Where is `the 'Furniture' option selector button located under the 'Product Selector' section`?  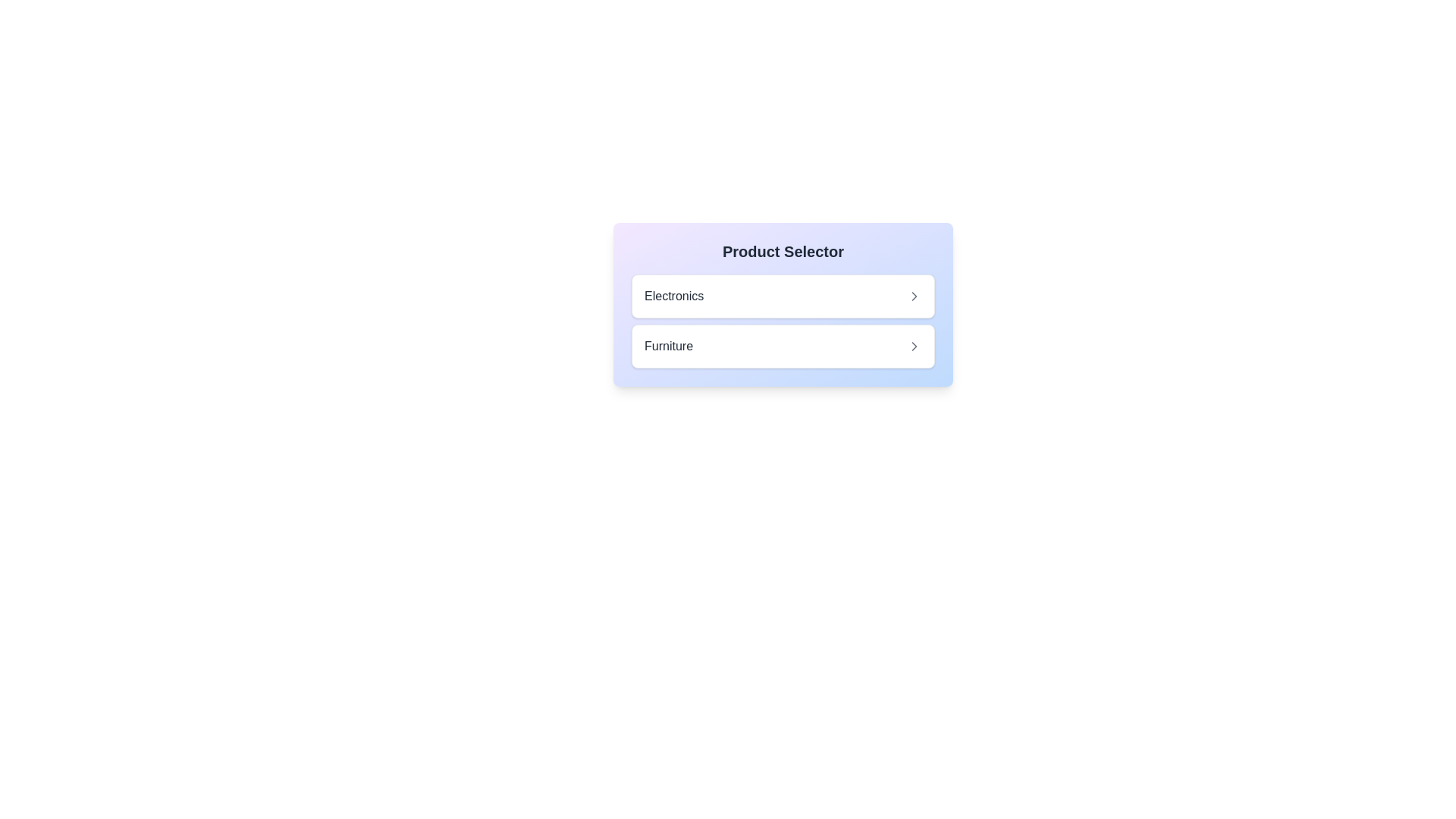 the 'Furniture' option selector button located under the 'Product Selector' section is located at coordinates (783, 346).